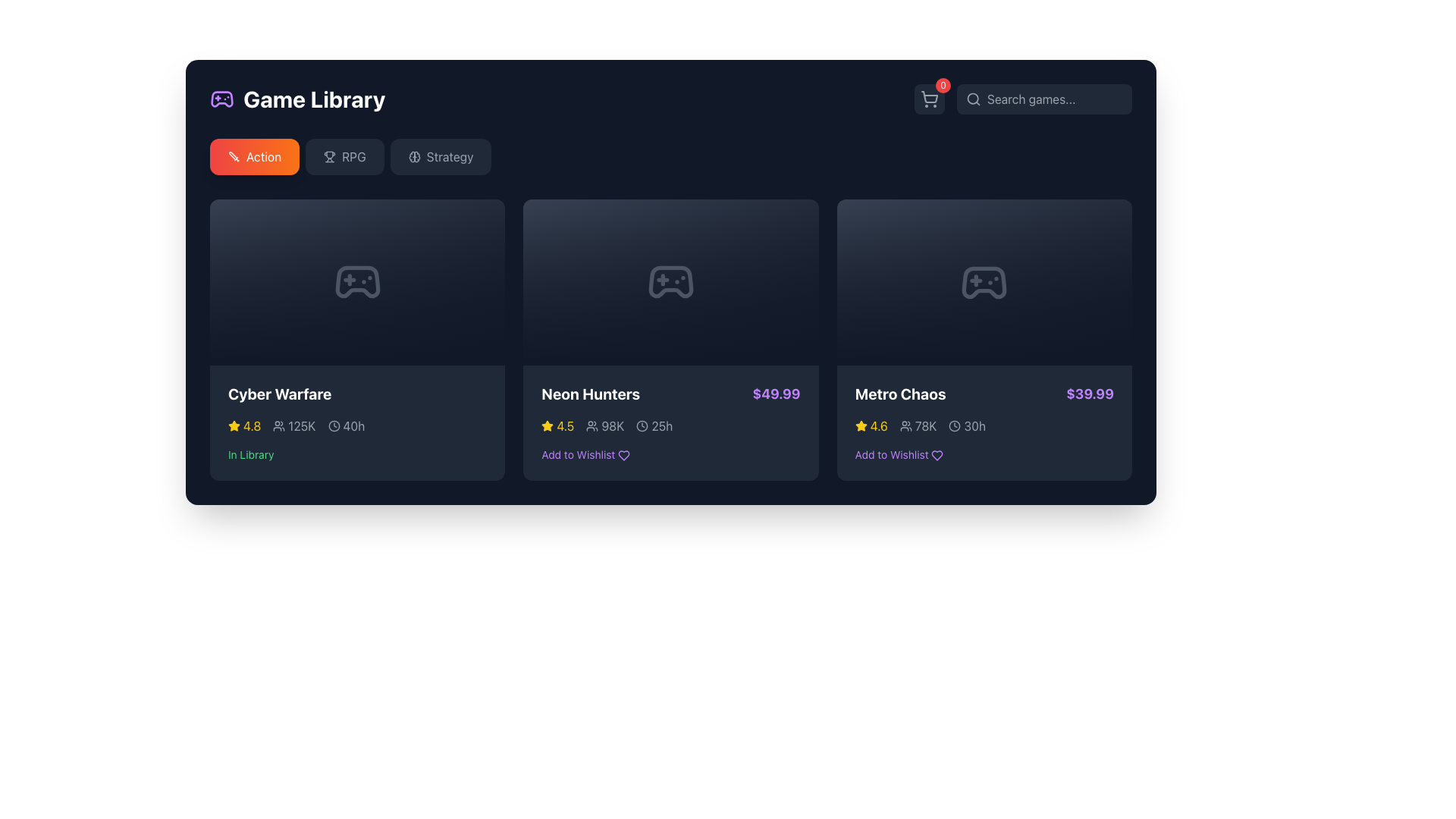 The image size is (1456, 819). Describe the element at coordinates (547, 426) in the screenshot. I see `the star-shaped icon with a yellow fill color, which is part of the rating system for the game 'Neon Hunters' and is located before the text '4.5'` at that location.